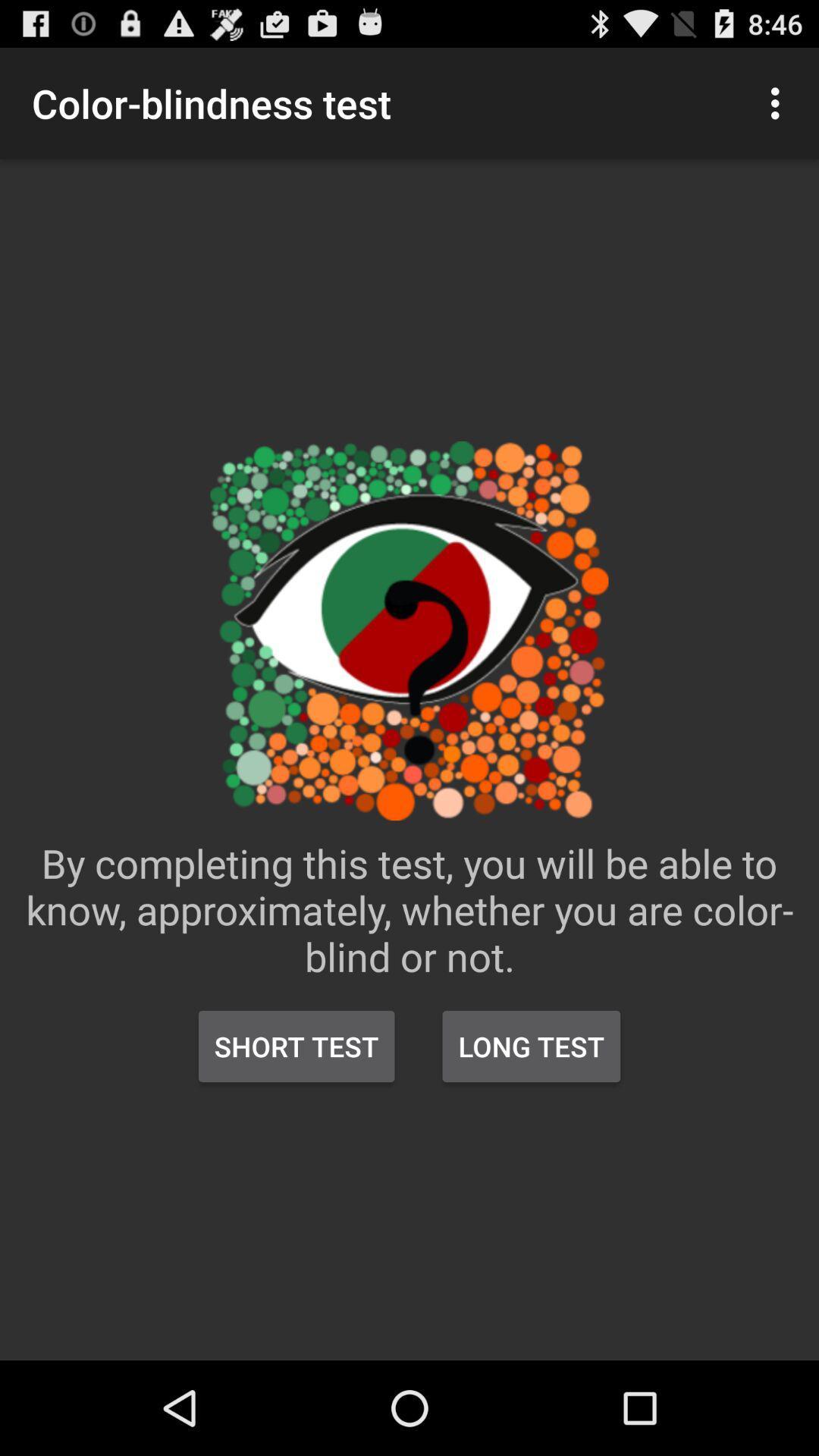  What do you see at coordinates (779, 102) in the screenshot?
I see `item above the by completing this item` at bounding box center [779, 102].